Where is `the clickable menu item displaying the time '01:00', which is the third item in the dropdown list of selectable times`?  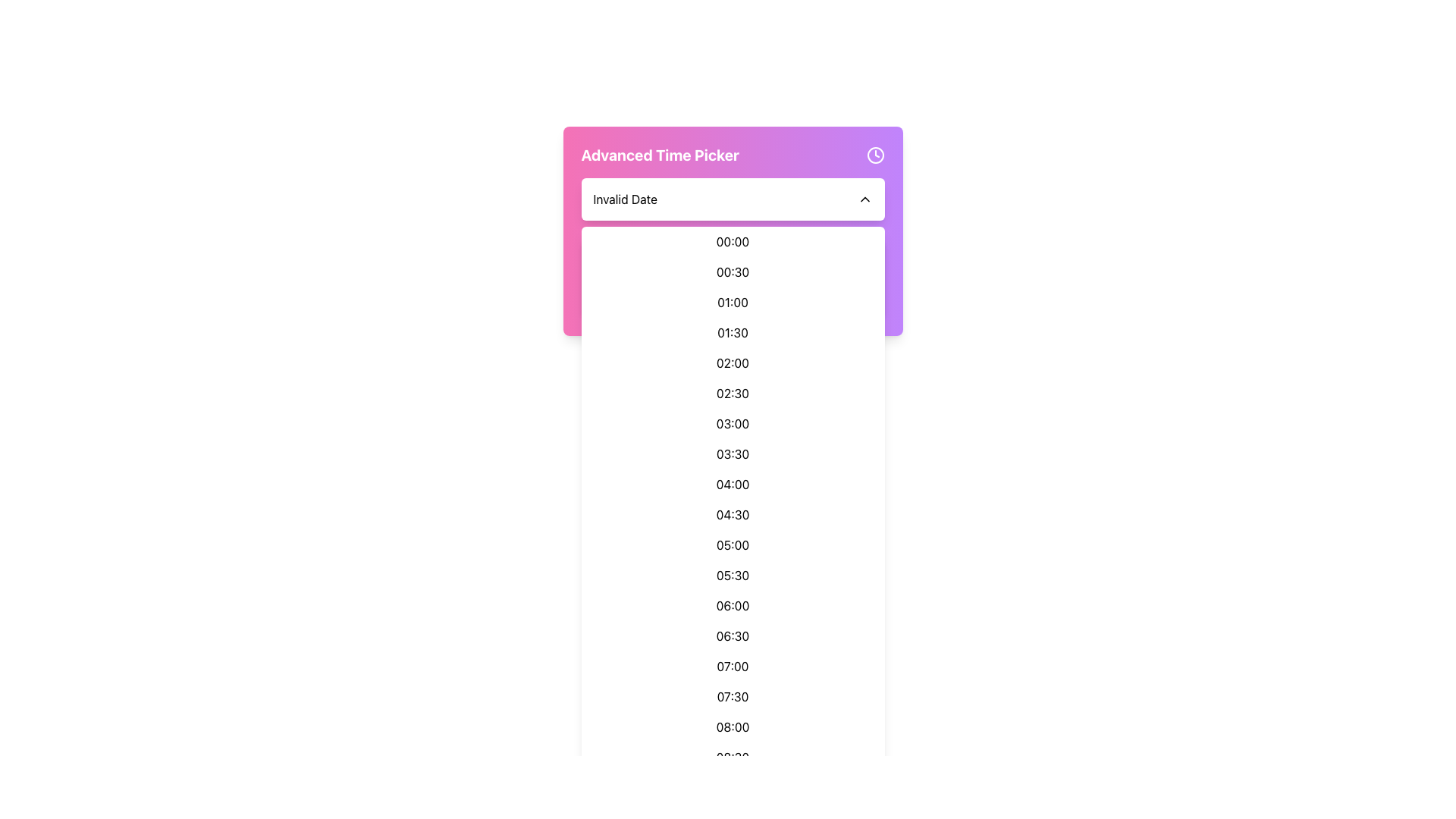 the clickable menu item displaying the time '01:00', which is the third item in the dropdown list of selectable times is located at coordinates (733, 302).